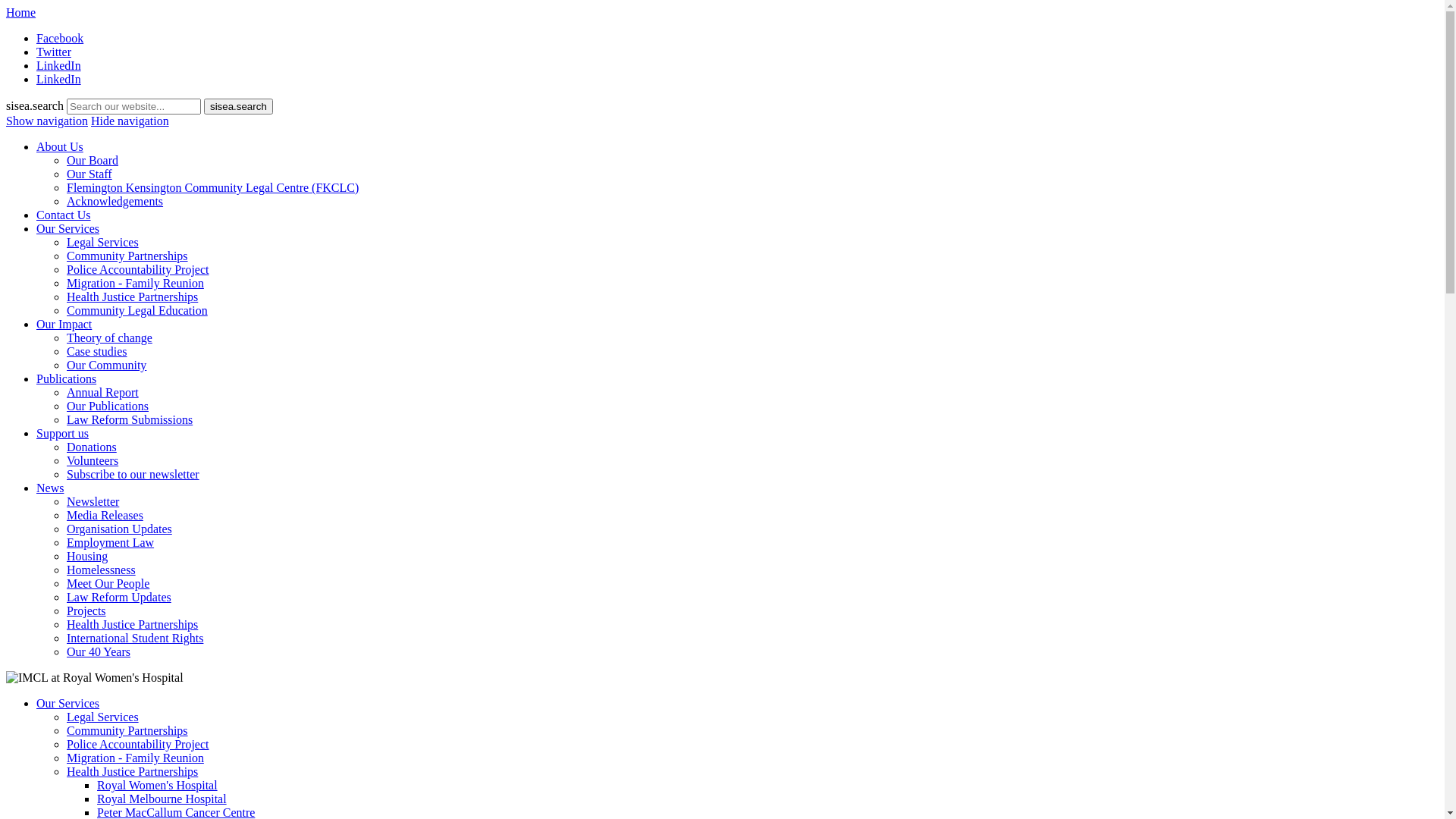 This screenshot has width=1456, height=819. What do you see at coordinates (6, 120) in the screenshot?
I see `'Show navigation'` at bounding box center [6, 120].